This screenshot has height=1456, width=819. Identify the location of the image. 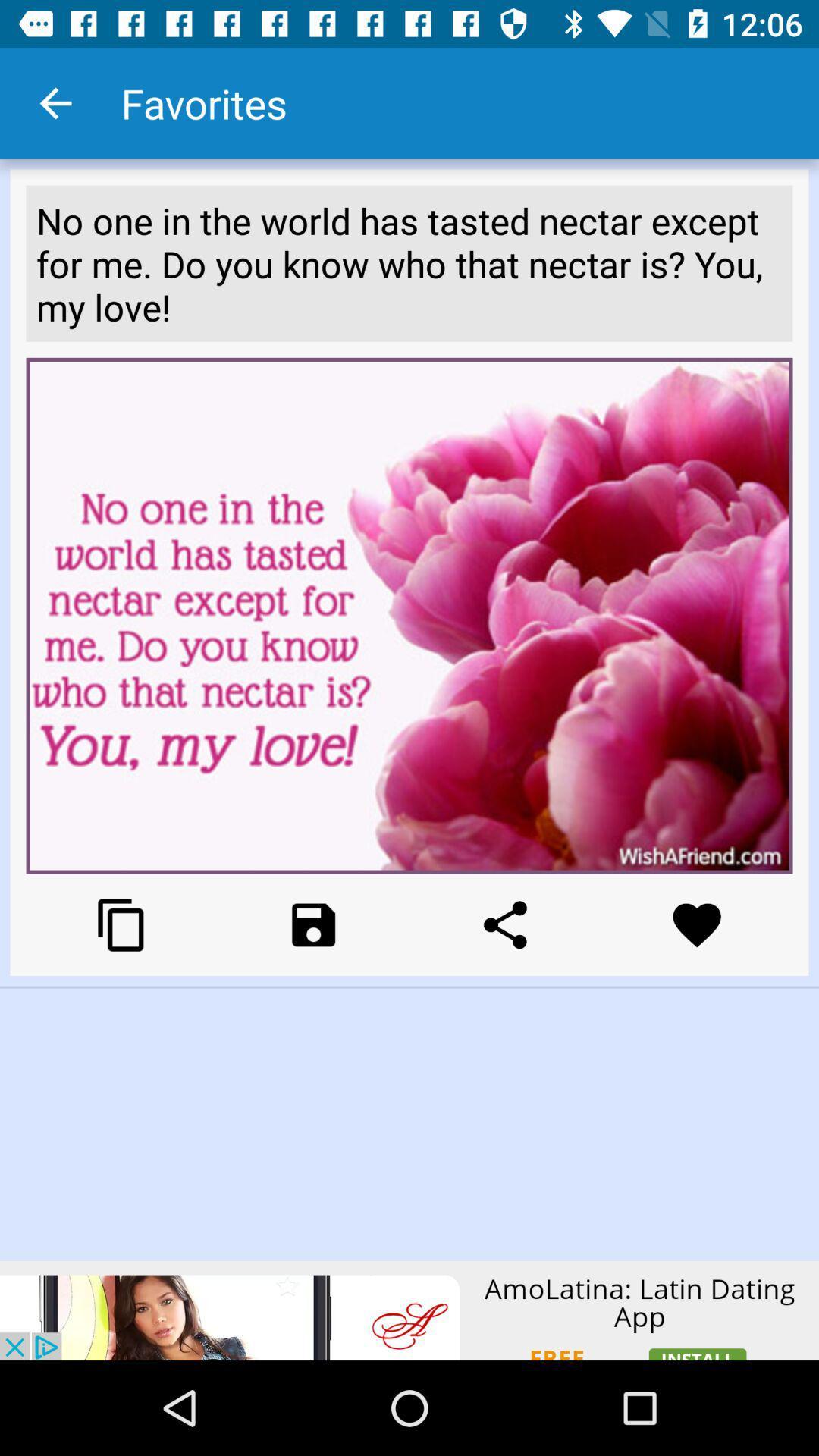
(312, 924).